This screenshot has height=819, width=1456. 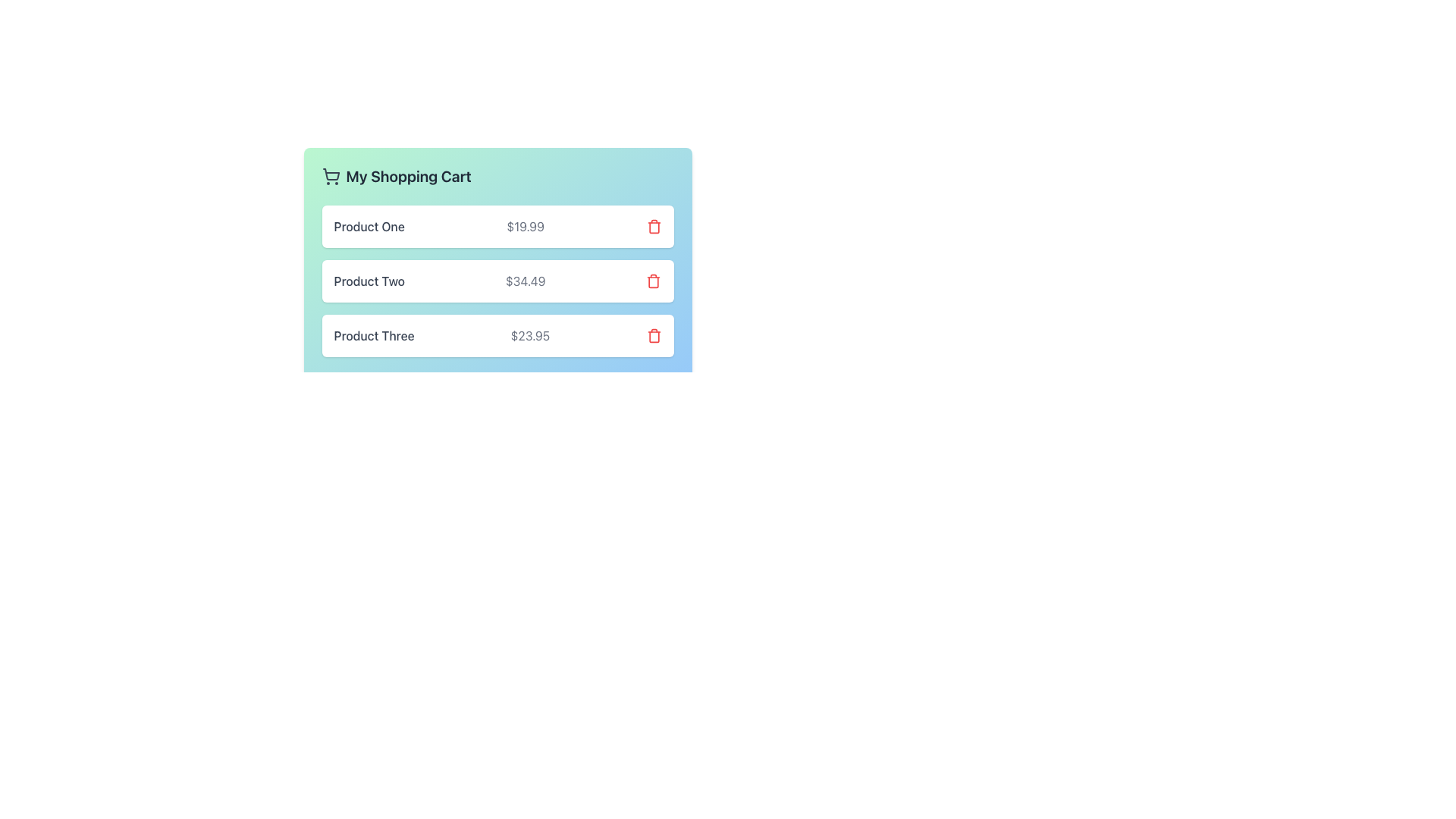 What do you see at coordinates (330, 175) in the screenshot?
I see `the shopping cart icon located to the left of the 'My Shopping Cart' text in the header section` at bounding box center [330, 175].